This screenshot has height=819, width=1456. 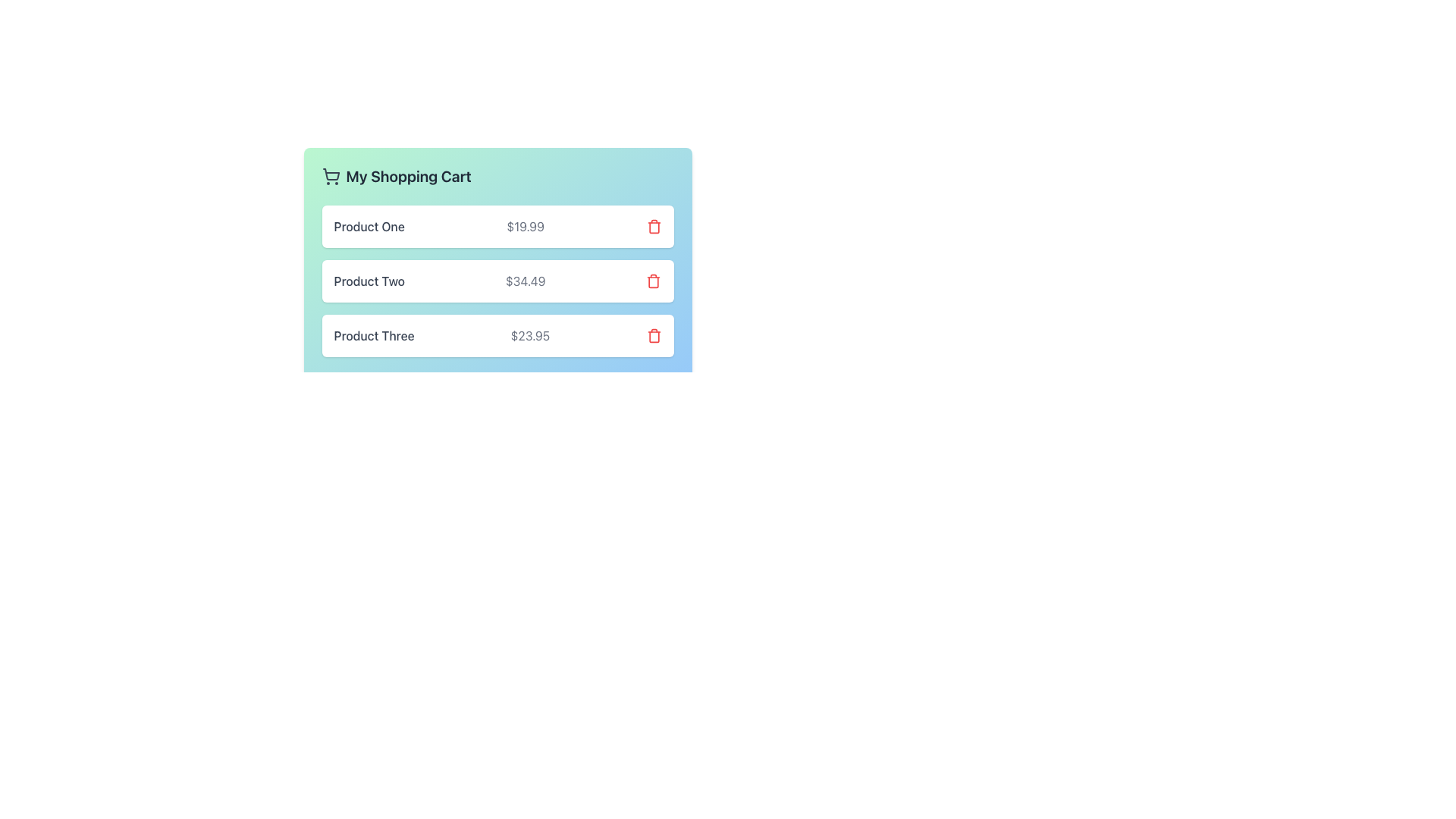 What do you see at coordinates (330, 175) in the screenshot?
I see `the shopping cart icon located to the left of the 'My Shopping Cart' text in the header section` at bounding box center [330, 175].